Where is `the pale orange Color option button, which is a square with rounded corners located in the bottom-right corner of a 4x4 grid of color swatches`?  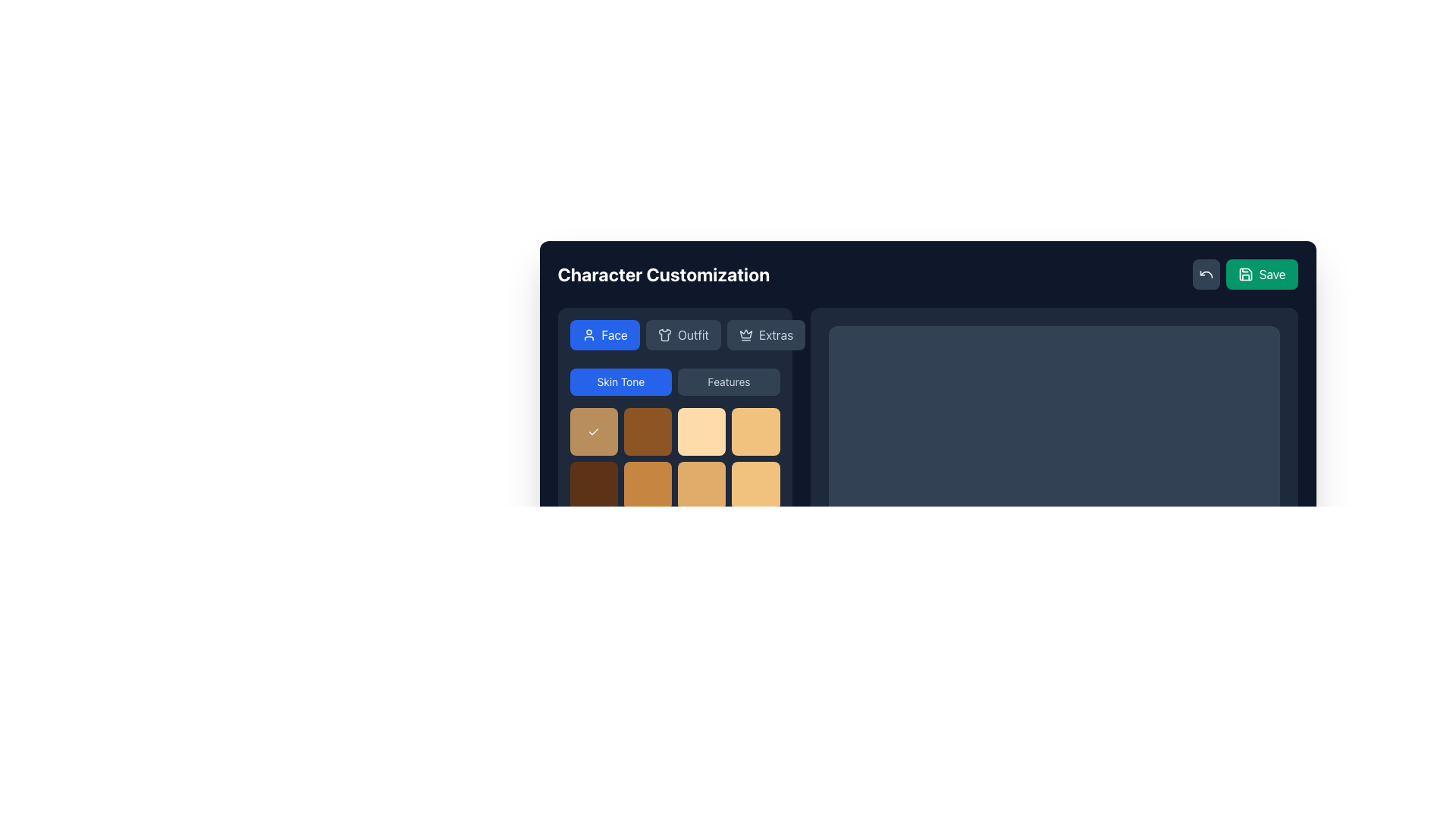
the pale orange Color option button, which is a square with rounded corners located in the bottom-right corner of a 4x4 grid of color swatches is located at coordinates (756, 485).